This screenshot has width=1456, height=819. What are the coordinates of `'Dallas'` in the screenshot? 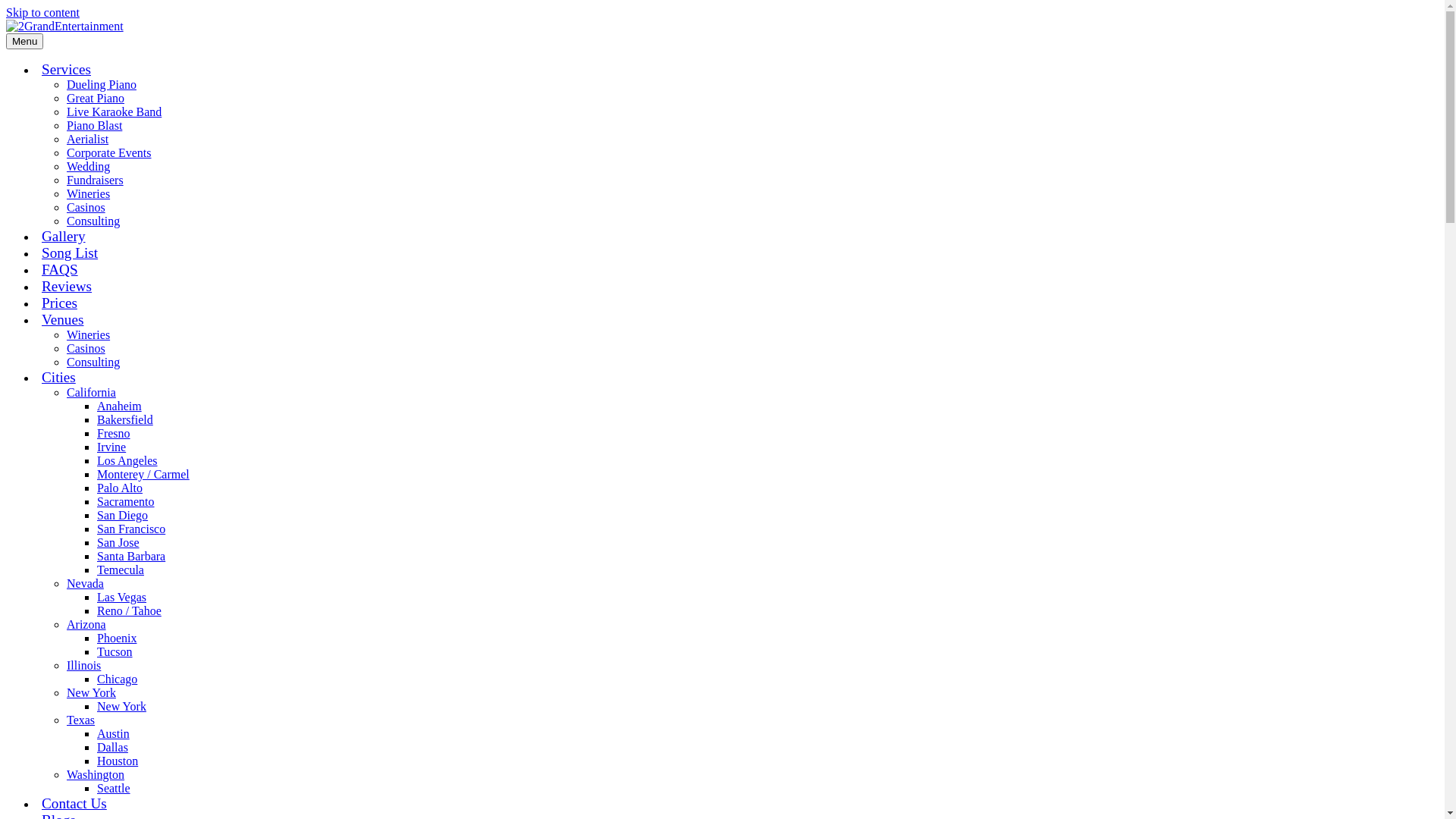 It's located at (111, 746).